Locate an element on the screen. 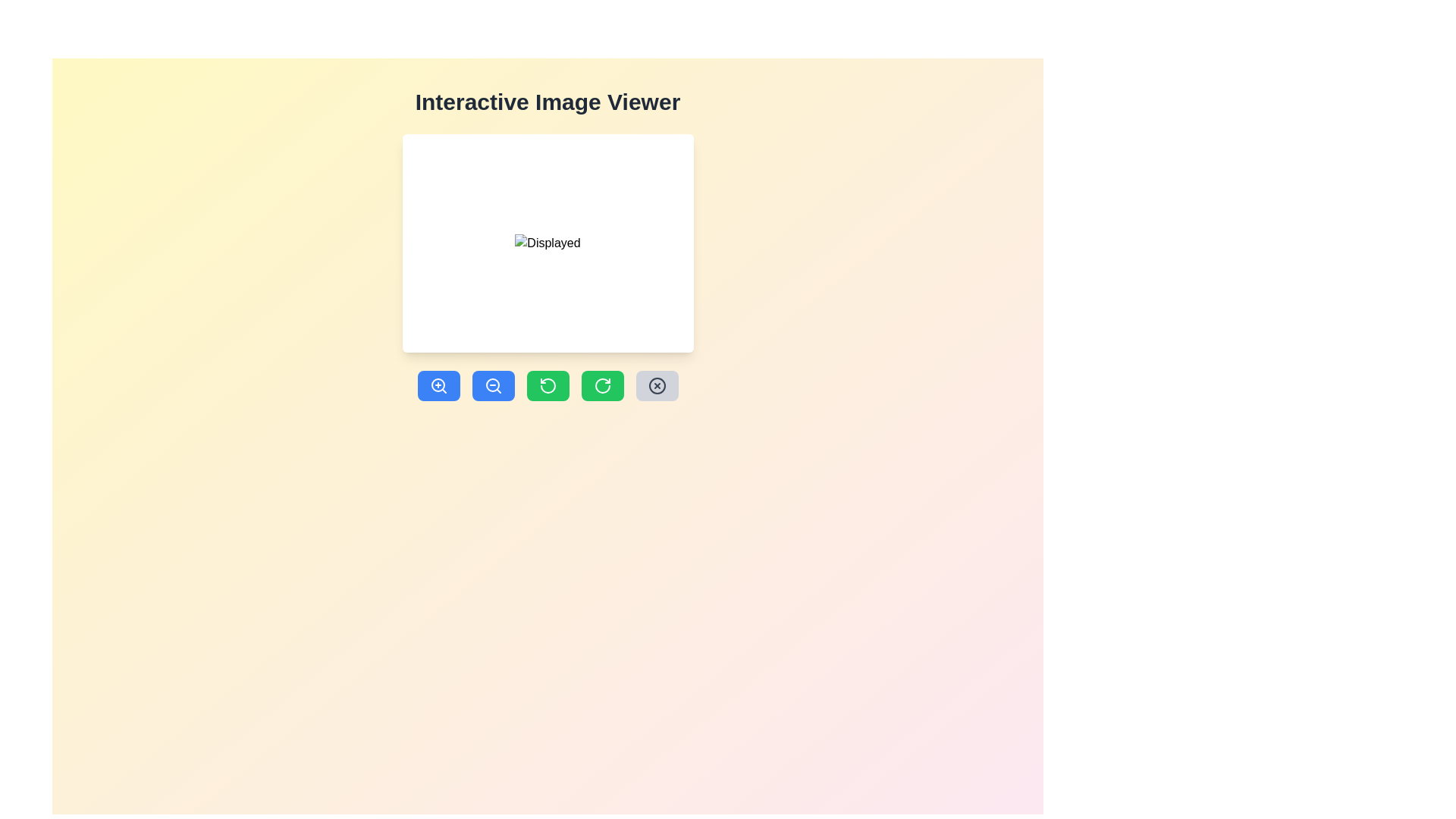  the leftmost zoom-in button located in the horizontal button group at the bottom center of the interface to magnify the content is located at coordinates (438, 385).